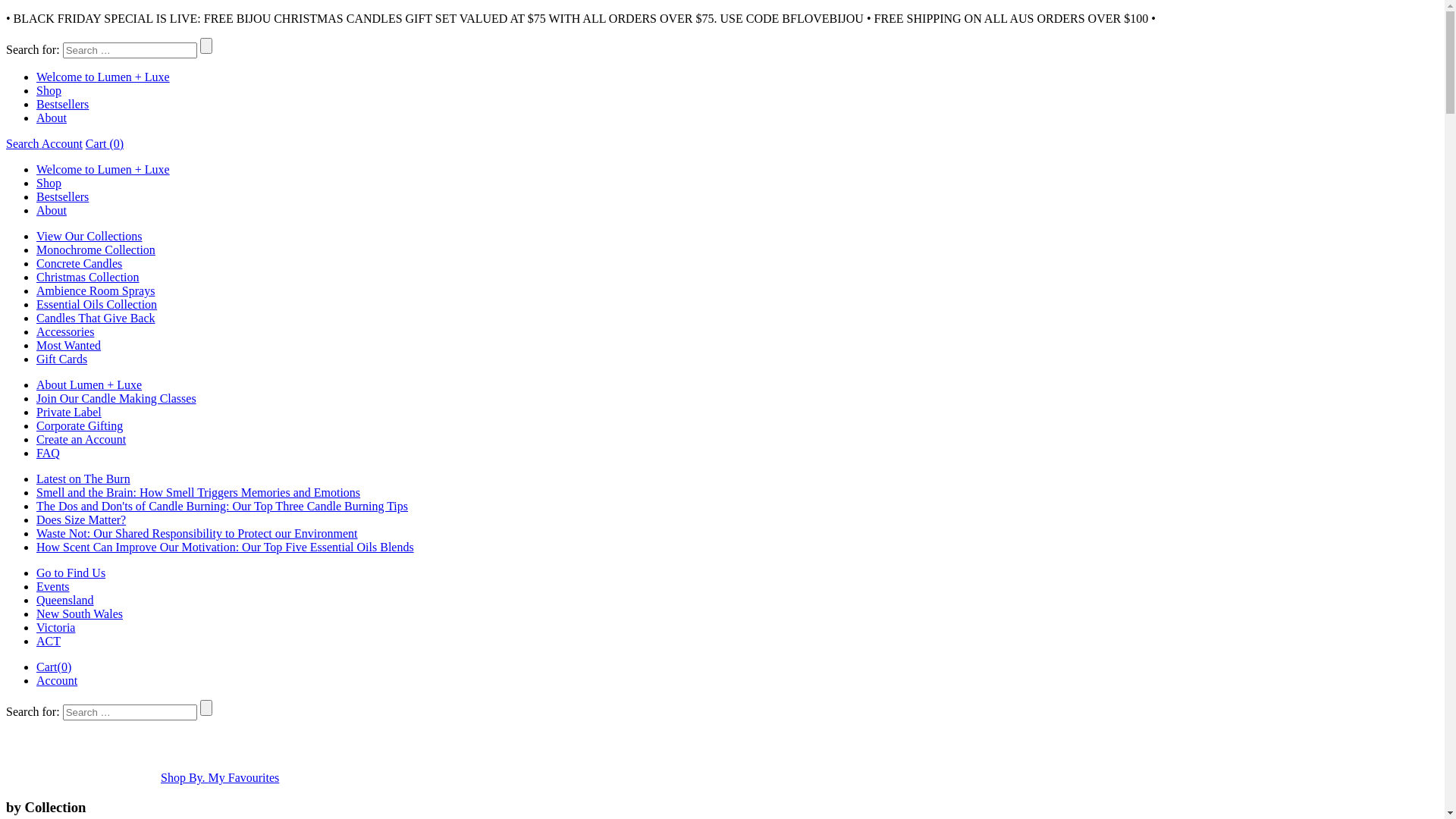 This screenshot has width=1456, height=819. What do you see at coordinates (68, 412) in the screenshot?
I see `'Private Label'` at bounding box center [68, 412].